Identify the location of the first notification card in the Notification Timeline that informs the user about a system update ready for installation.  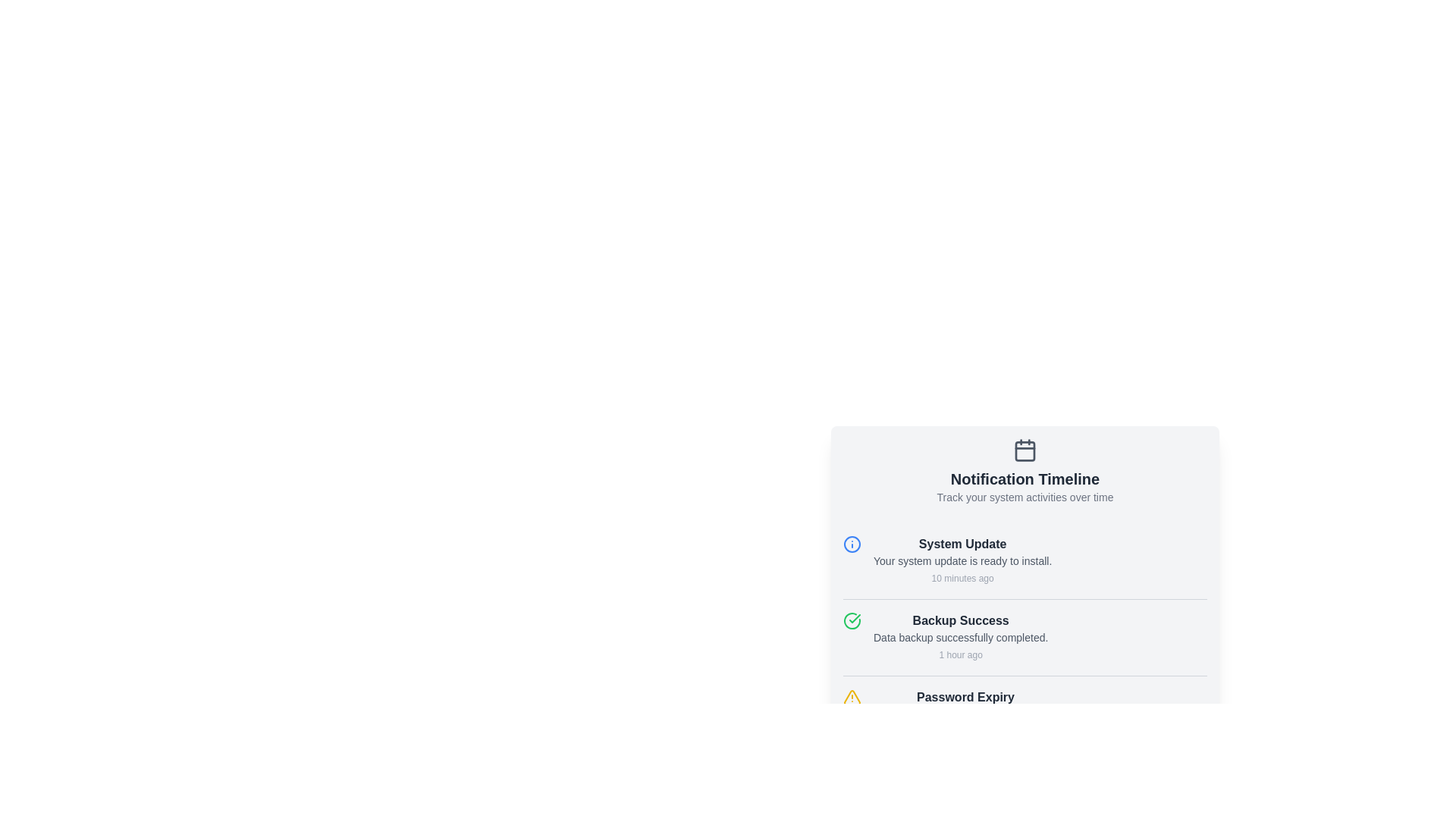
(1025, 561).